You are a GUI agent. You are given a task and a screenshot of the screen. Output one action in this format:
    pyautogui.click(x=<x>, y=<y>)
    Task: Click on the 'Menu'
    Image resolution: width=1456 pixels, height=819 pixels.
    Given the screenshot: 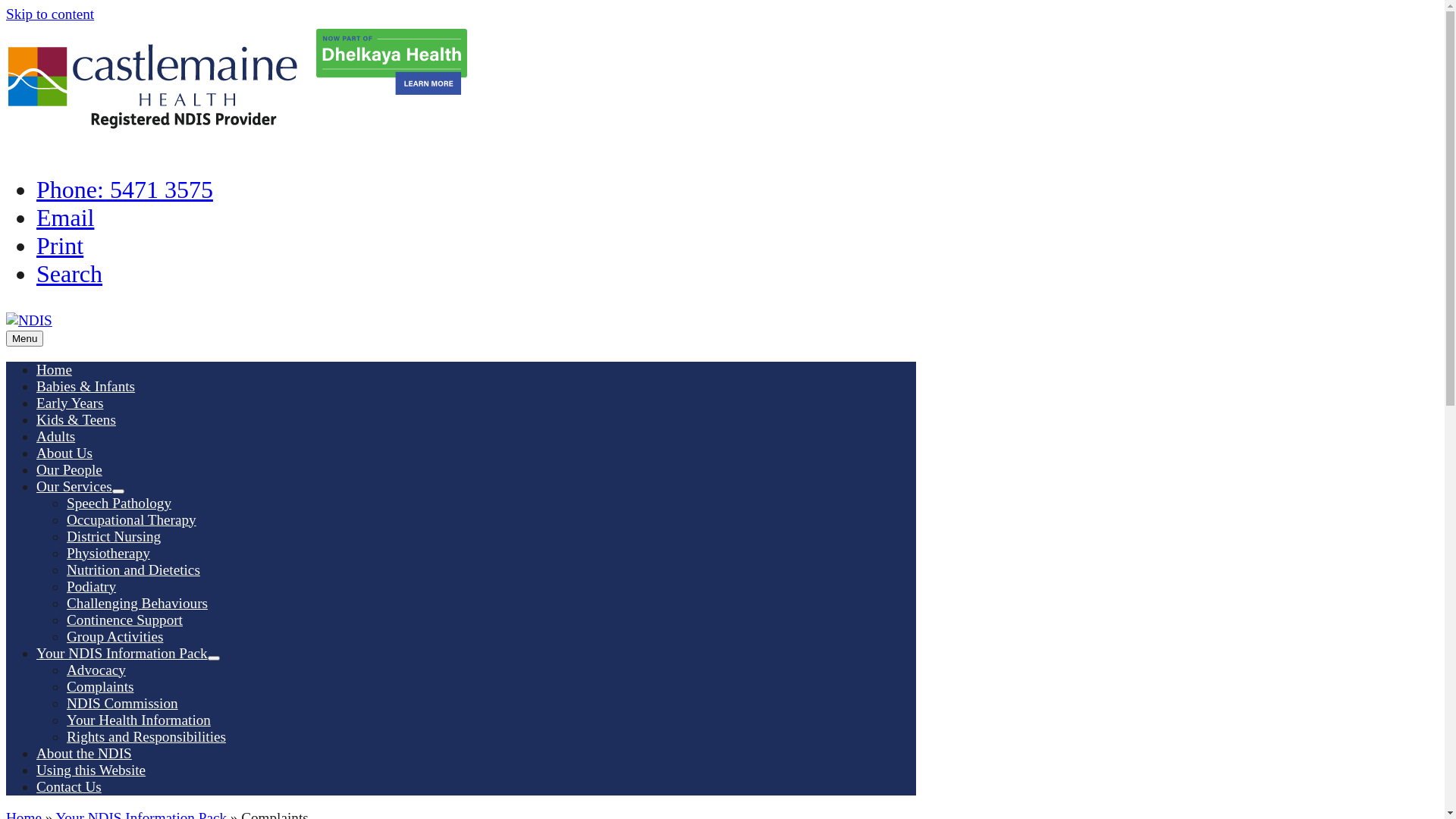 What is the action you would take?
    pyautogui.click(x=24, y=337)
    